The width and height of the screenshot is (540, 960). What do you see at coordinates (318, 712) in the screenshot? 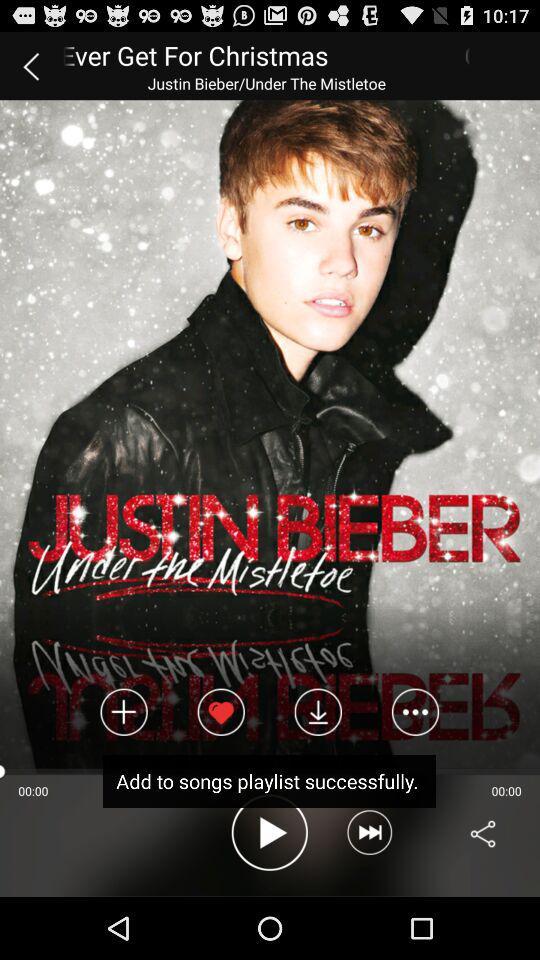
I see `download button` at bounding box center [318, 712].